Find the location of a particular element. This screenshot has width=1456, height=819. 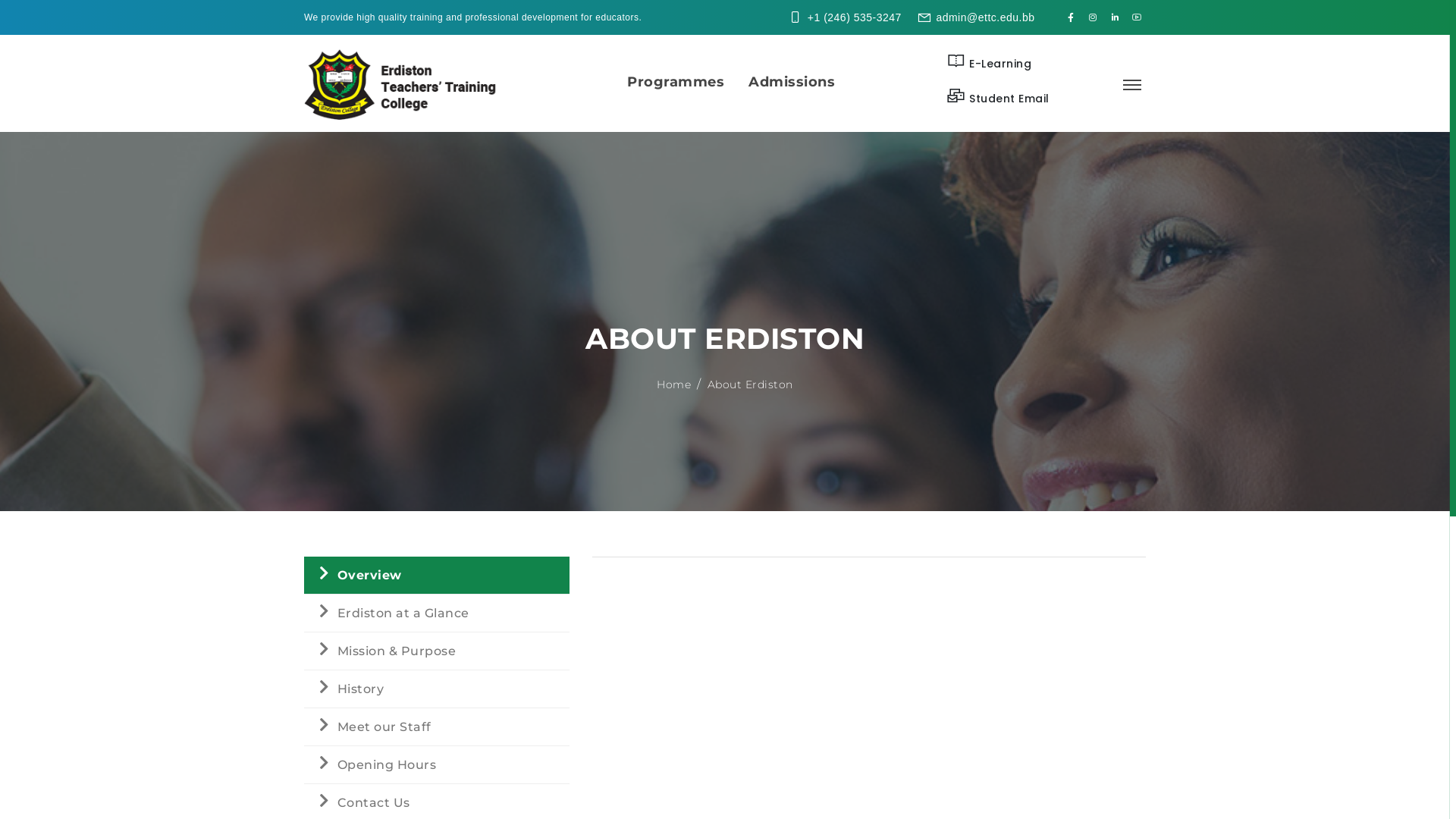

'Programmes' is located at coordinates (675, 80).